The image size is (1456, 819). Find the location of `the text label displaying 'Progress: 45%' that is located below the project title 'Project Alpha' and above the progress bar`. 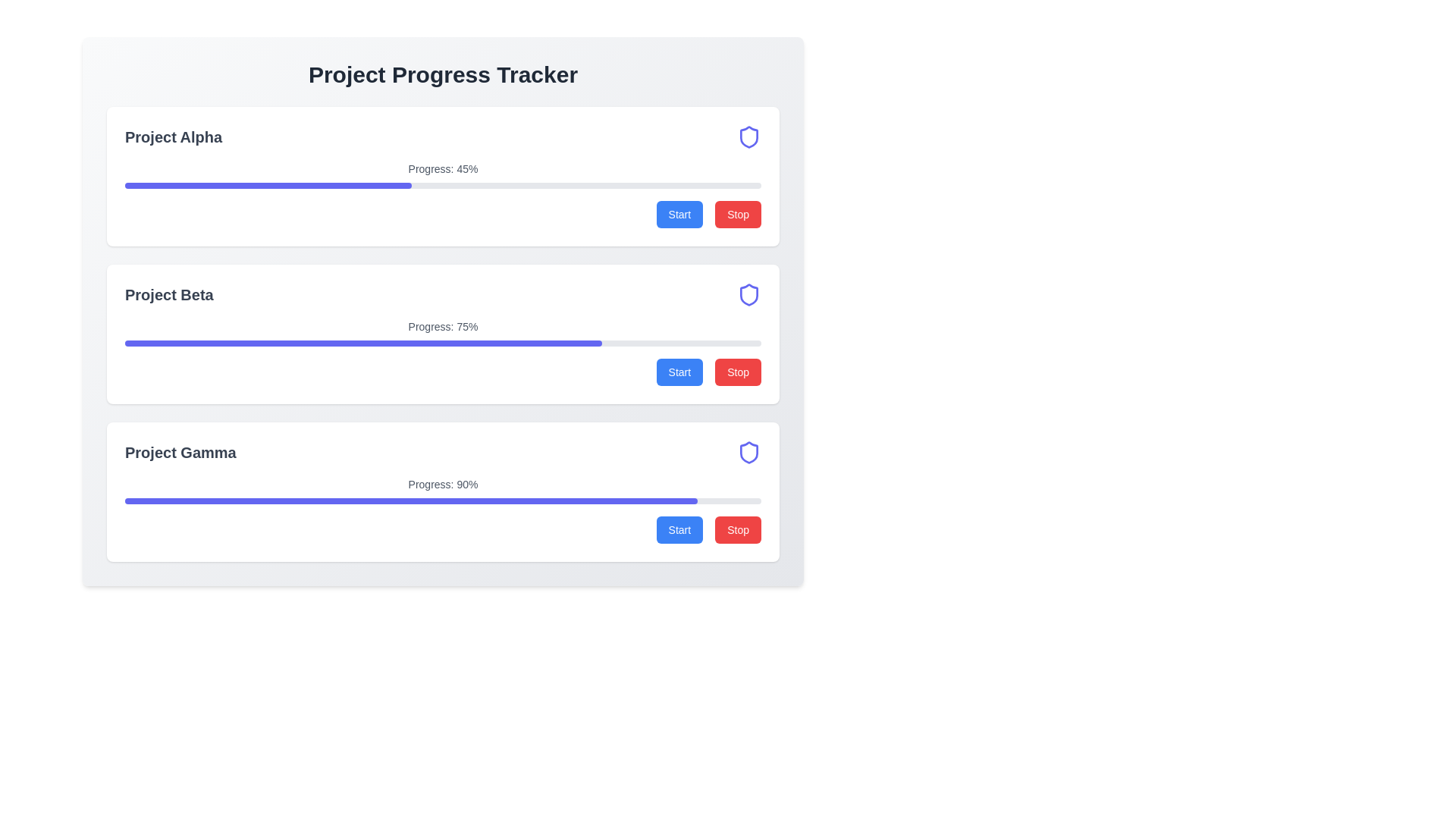

the text label displaying 'Progress: 45%' that is located below the project title 'Project Alpha' and above the progress bar is located at coordinates (442, 169).